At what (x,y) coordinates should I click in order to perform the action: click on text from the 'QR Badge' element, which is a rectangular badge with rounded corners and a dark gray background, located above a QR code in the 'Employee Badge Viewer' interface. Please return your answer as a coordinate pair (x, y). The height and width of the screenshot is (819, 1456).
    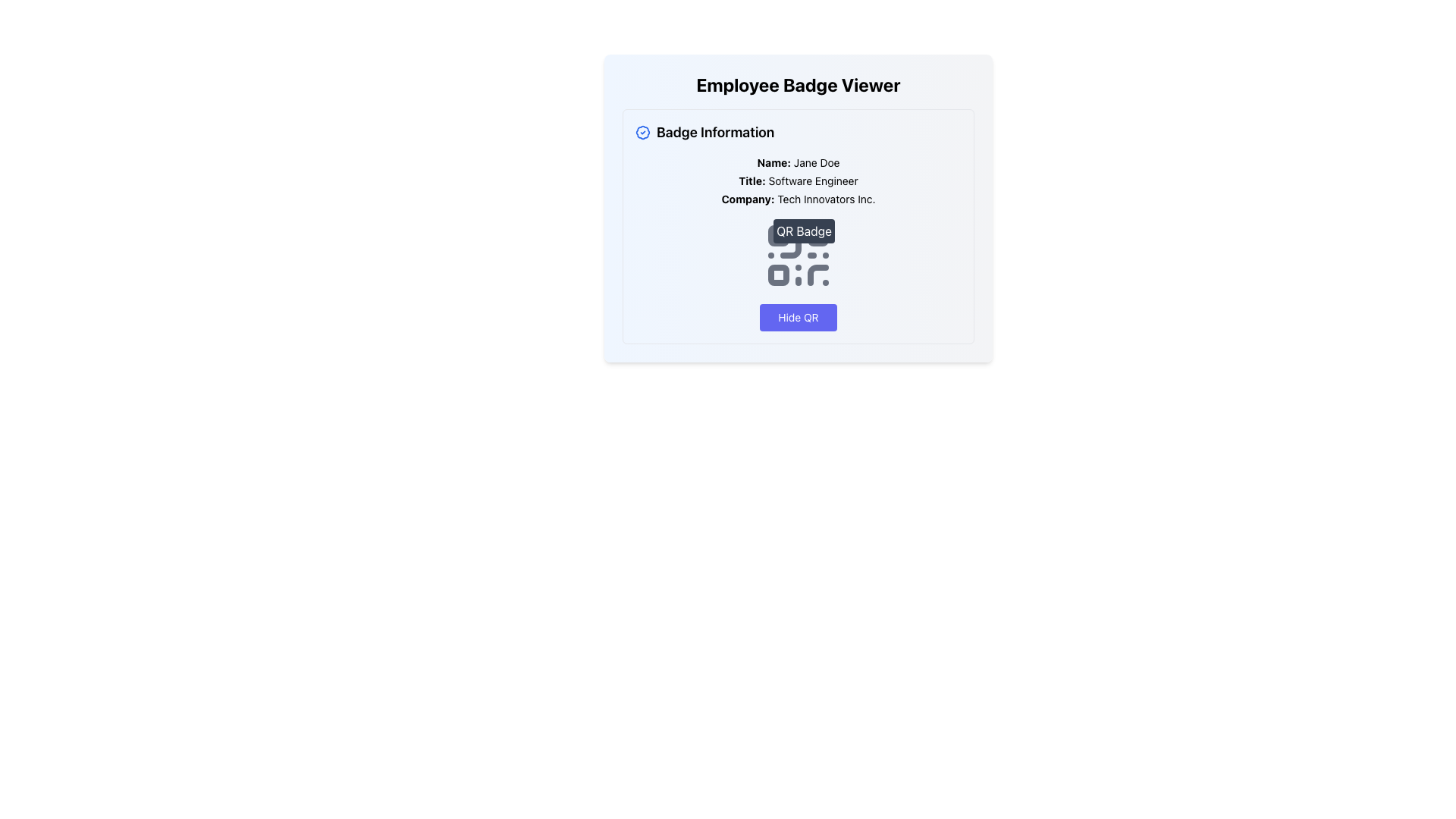
    Looking at the image, I should click on (803, 231).